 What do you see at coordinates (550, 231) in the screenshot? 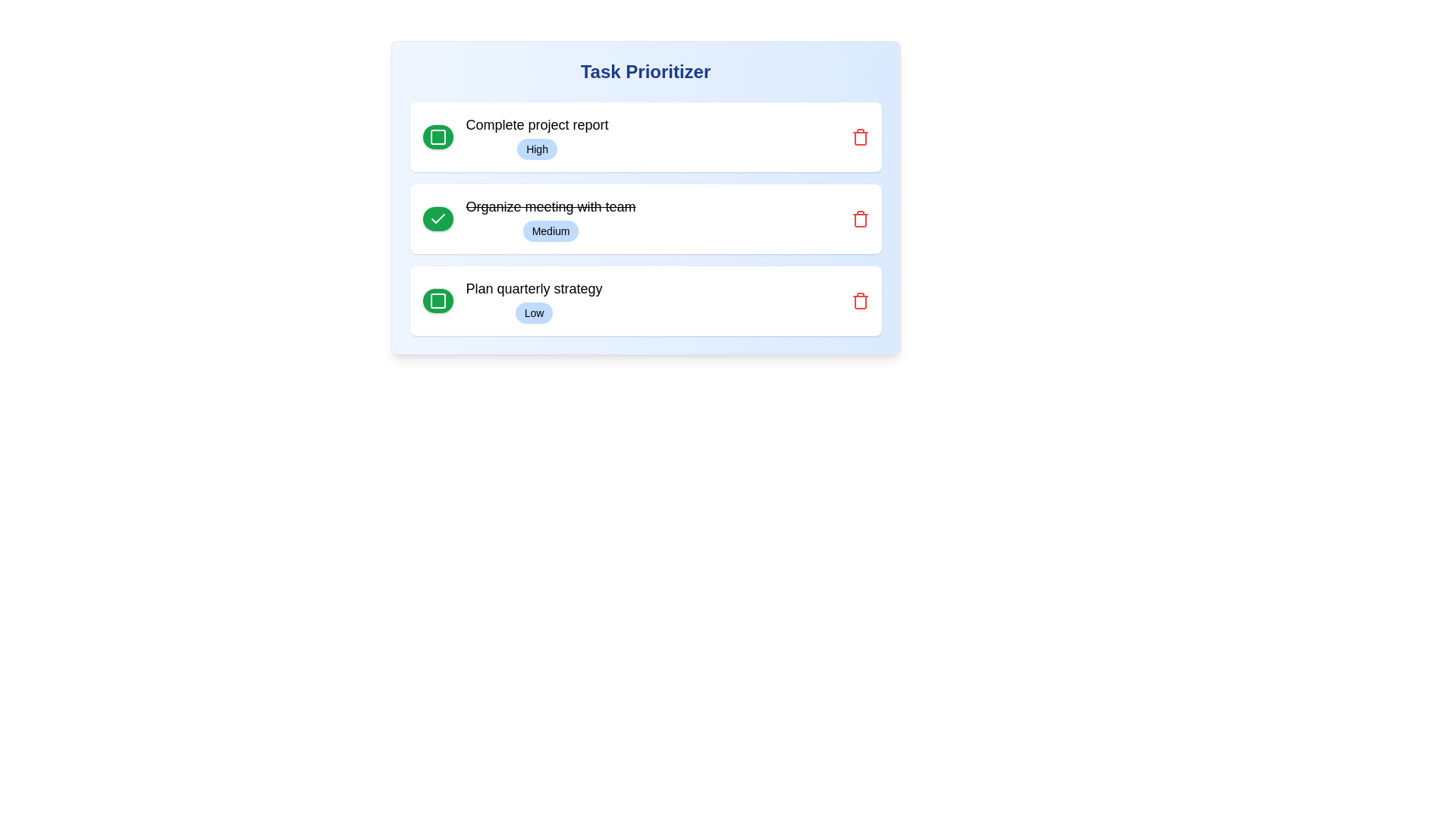
I see `the pill-shaped badge labeled 'Medium' with a light blue background, located in the second task block beneath the struck-through title 'Organize meeting with team'` at bounding box center [550, 231].